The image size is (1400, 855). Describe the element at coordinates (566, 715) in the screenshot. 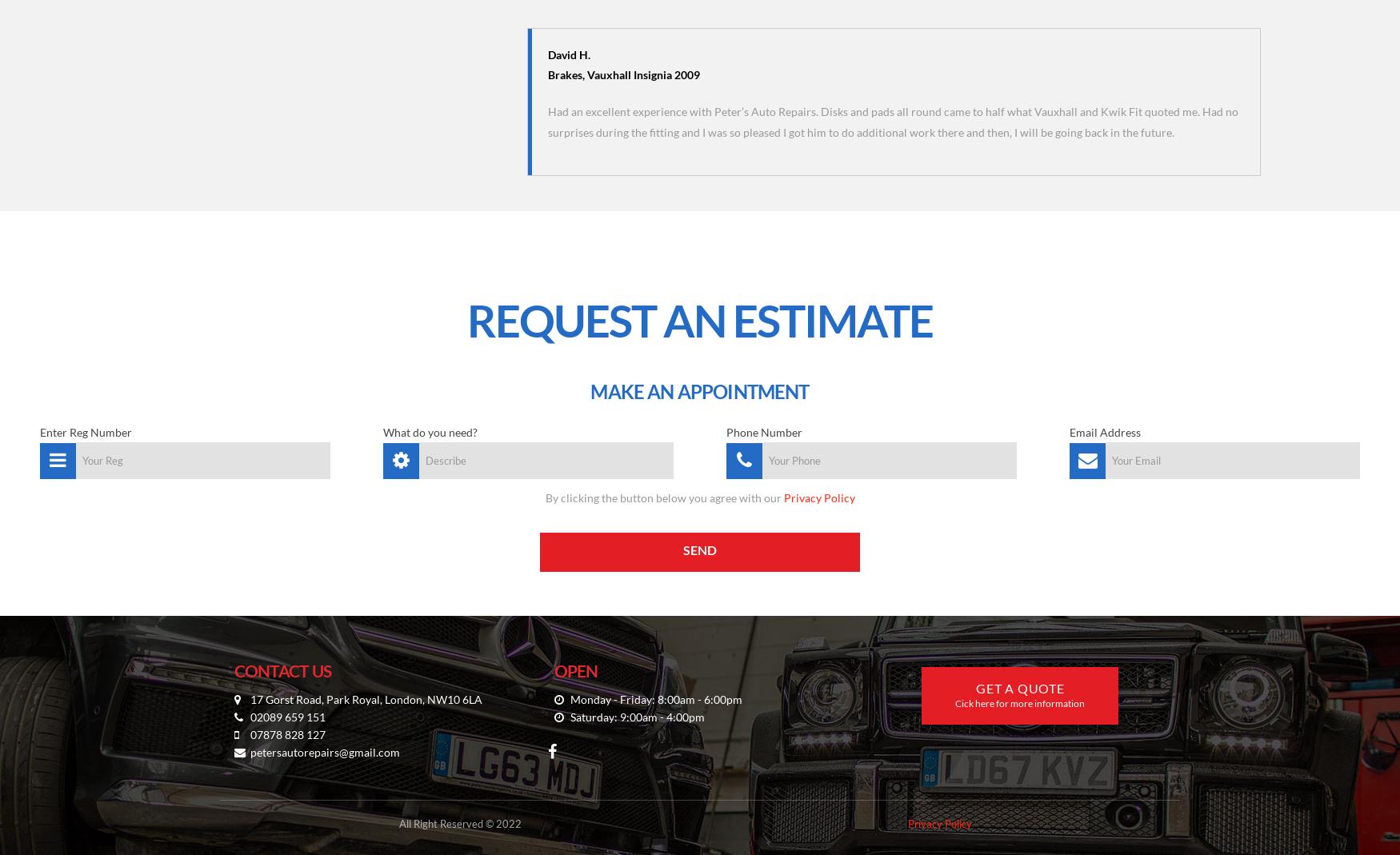

I see `'Saturday: 9:00am - 4:00pm'` at that location.